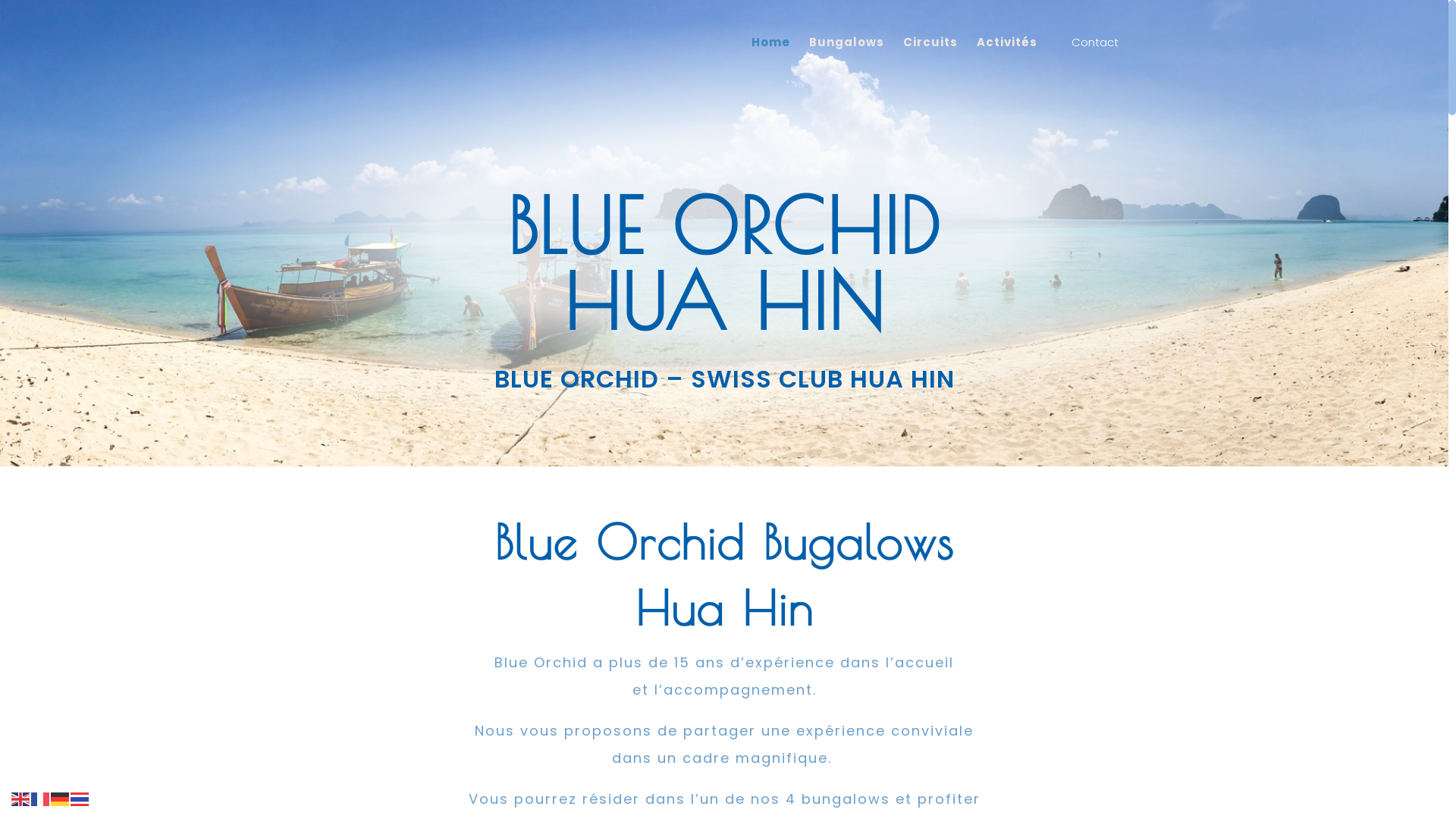 The height and width of the screenshot is (819, 1456). What do you see at coordinates (770, 52) in the screenshot?
I see `'Home'` at bounding box center [770, 52].